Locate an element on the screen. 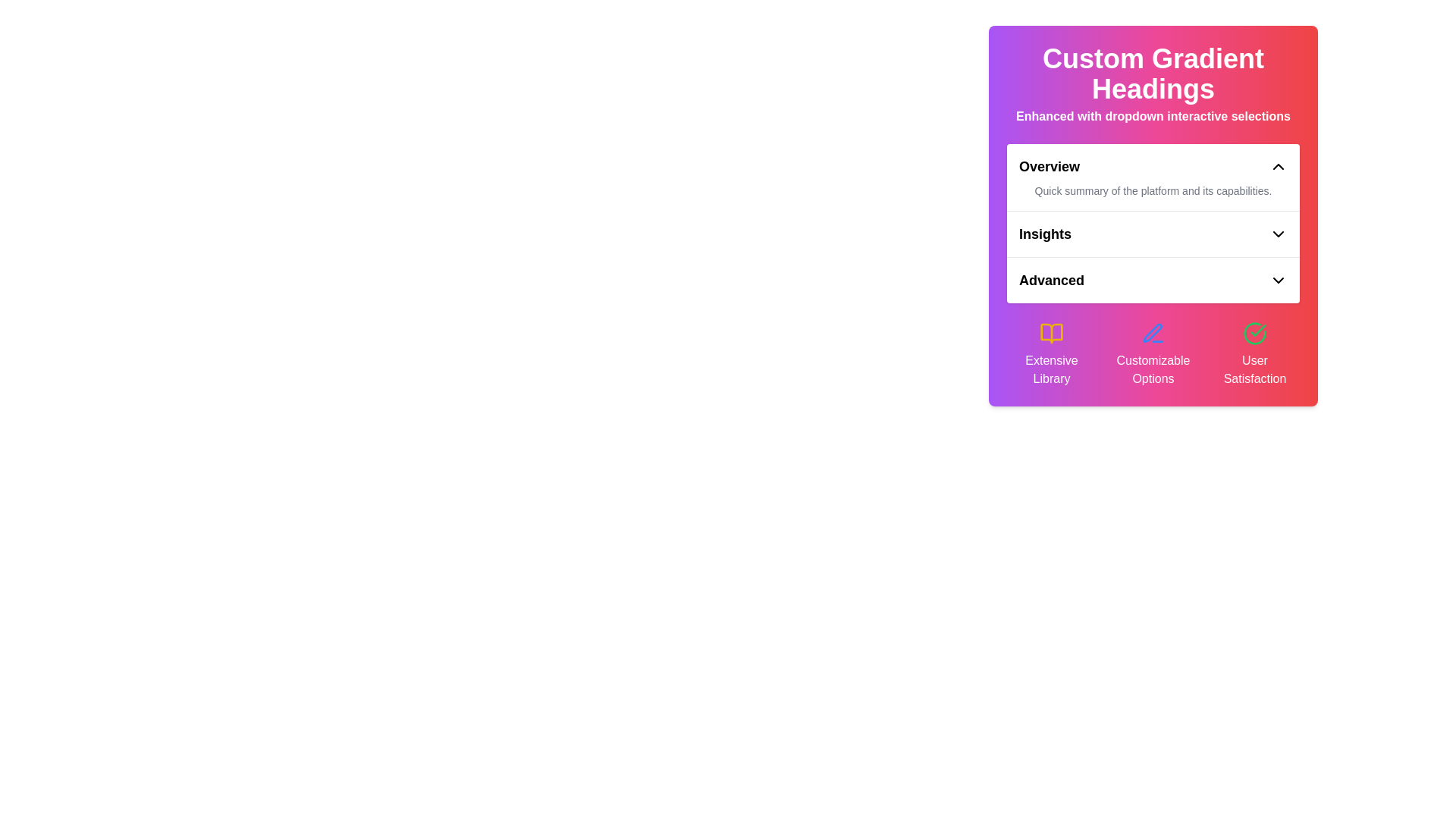 This screenshot has height=819, width=1456. the Informational button labeled 'Customizable Options' is located at coordinates (1153, 354).